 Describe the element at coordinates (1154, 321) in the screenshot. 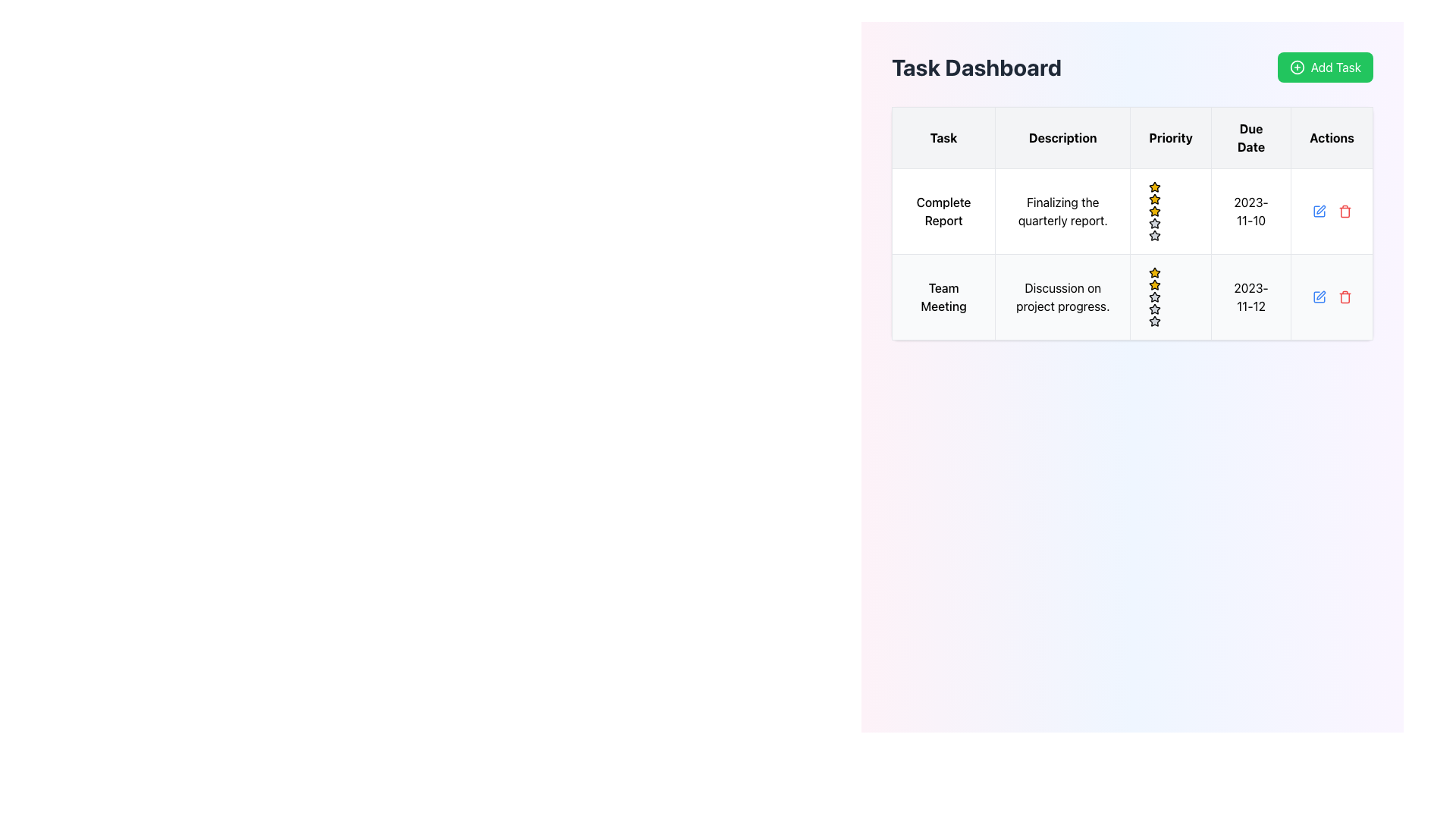

I see `the seventh star icon in the 'Priority' column of the second row in the table by clicking on it` at that location.